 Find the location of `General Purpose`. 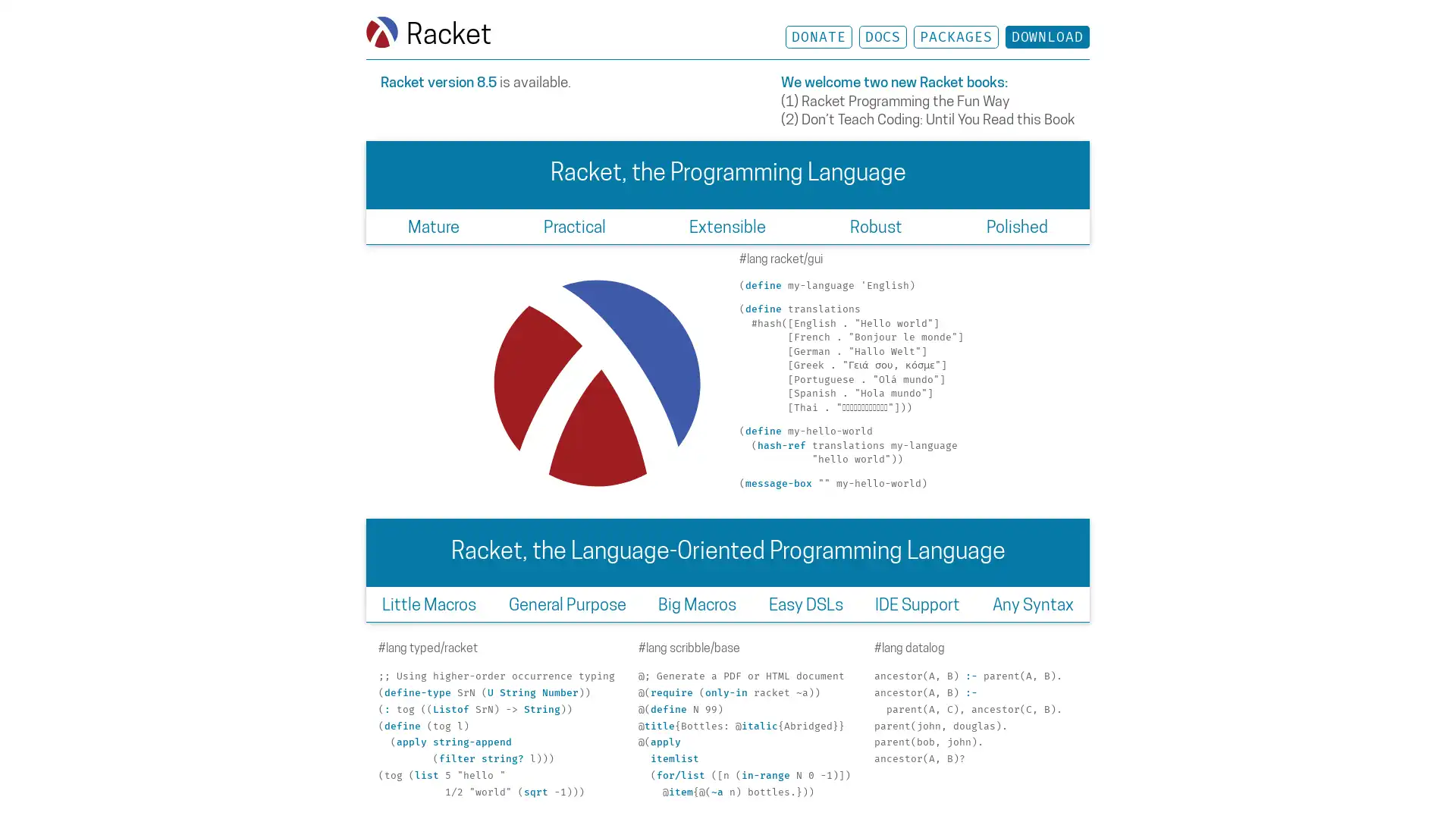

General Purpose is located at coordinates (566, 603).